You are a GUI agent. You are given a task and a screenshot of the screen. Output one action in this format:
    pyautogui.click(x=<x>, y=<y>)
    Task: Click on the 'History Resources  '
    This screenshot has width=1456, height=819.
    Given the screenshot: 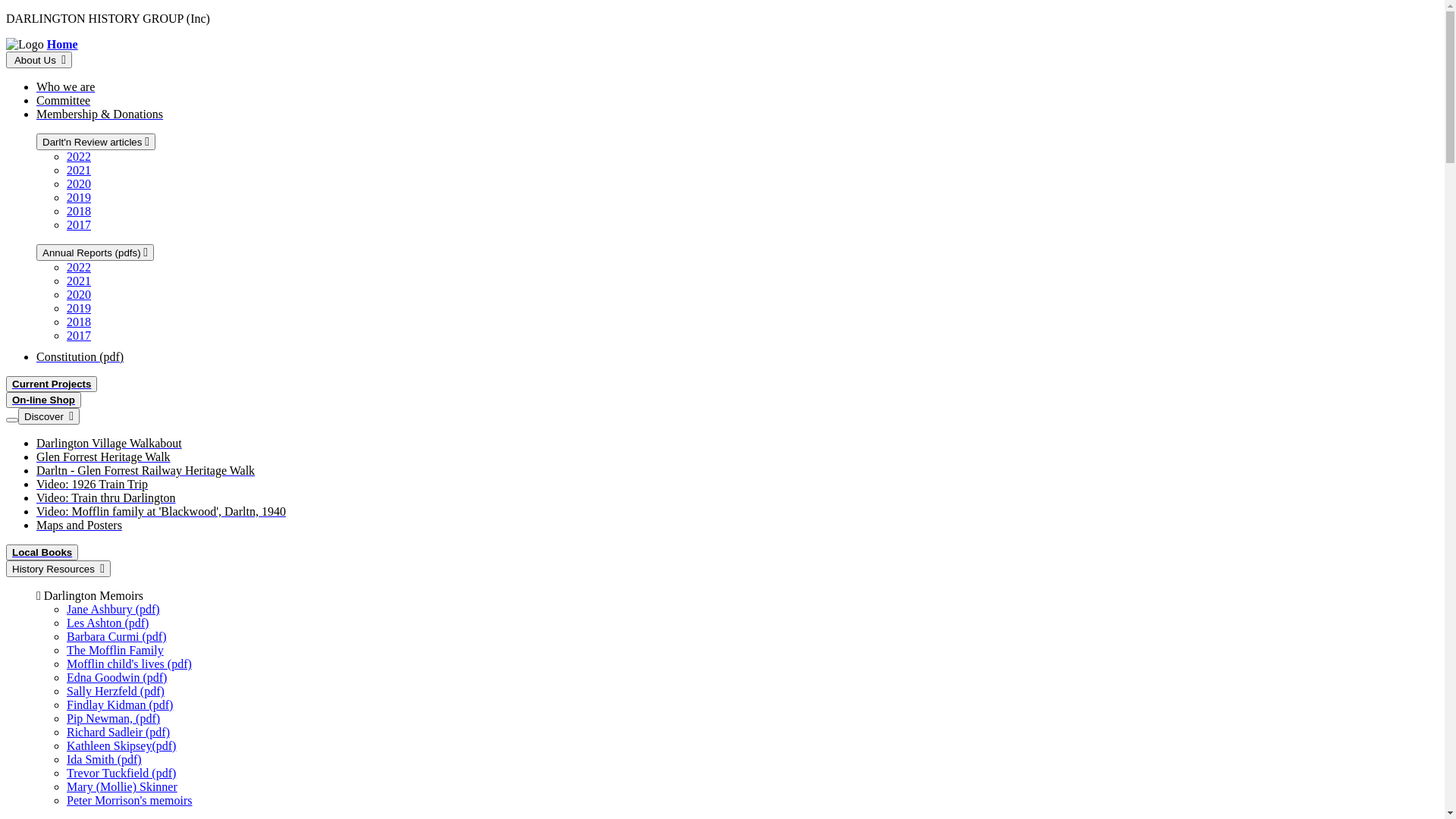 What is the action you would take?
    pyautogui.click(x=6, y=568)
    